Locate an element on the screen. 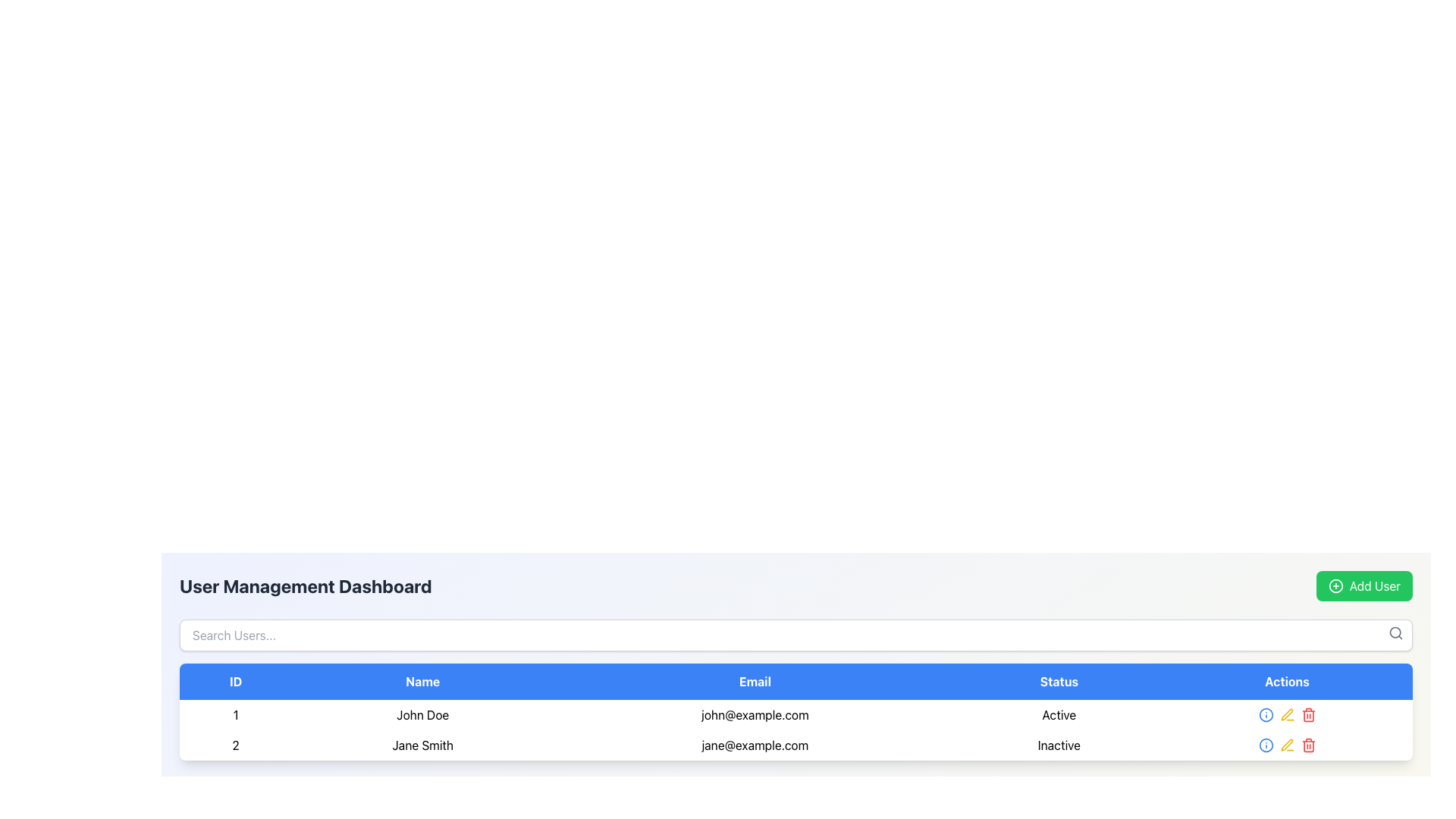 The width and height of the screenshot is (1456, 819). the search trigger icon located in the top-right corner of the search bar within the 'User Management Dashboard' section to initiate the search process for the entered query is located at coordinates (1395, 632).